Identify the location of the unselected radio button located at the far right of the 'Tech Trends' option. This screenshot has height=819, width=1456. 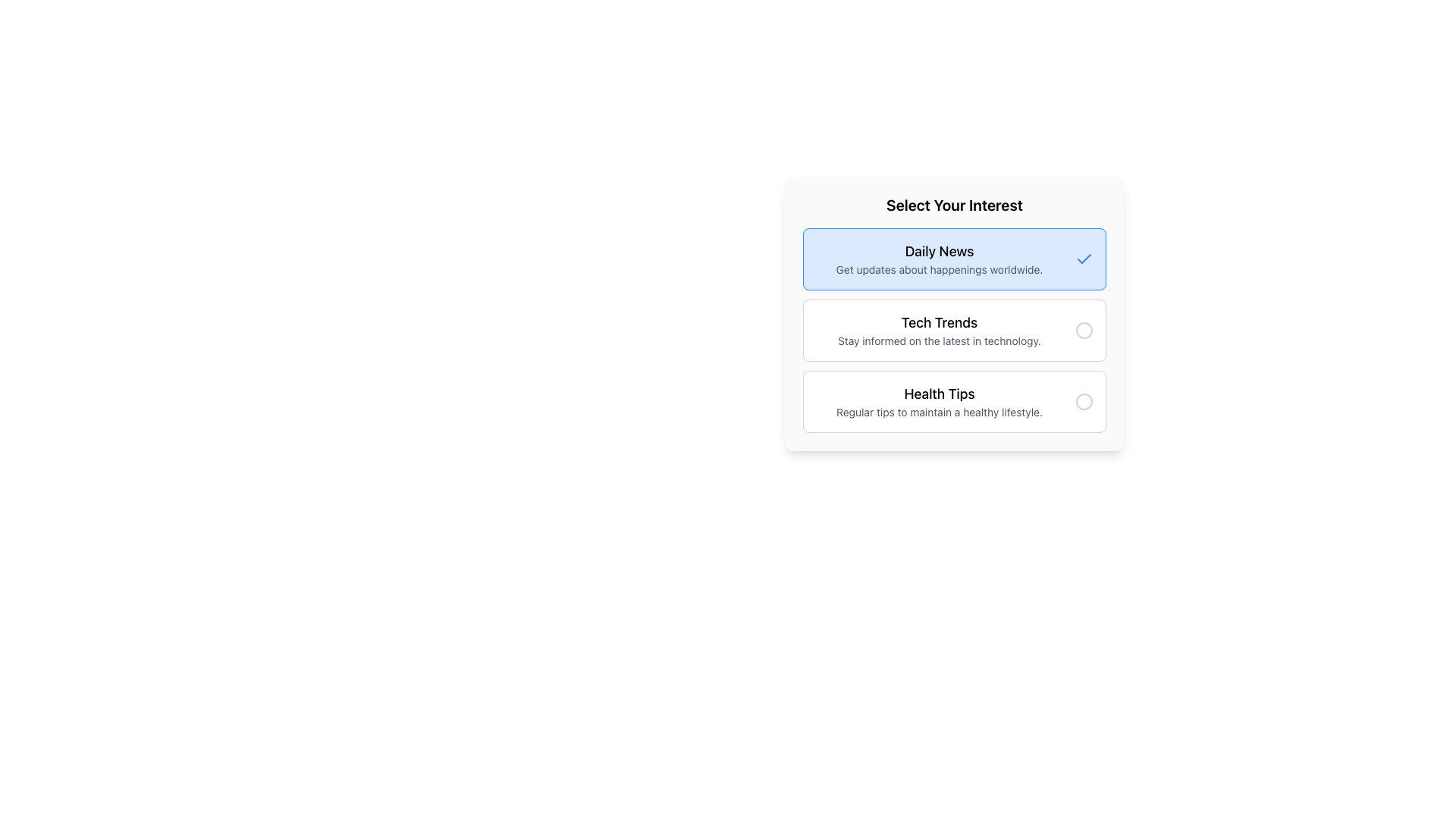
(1084, 329).